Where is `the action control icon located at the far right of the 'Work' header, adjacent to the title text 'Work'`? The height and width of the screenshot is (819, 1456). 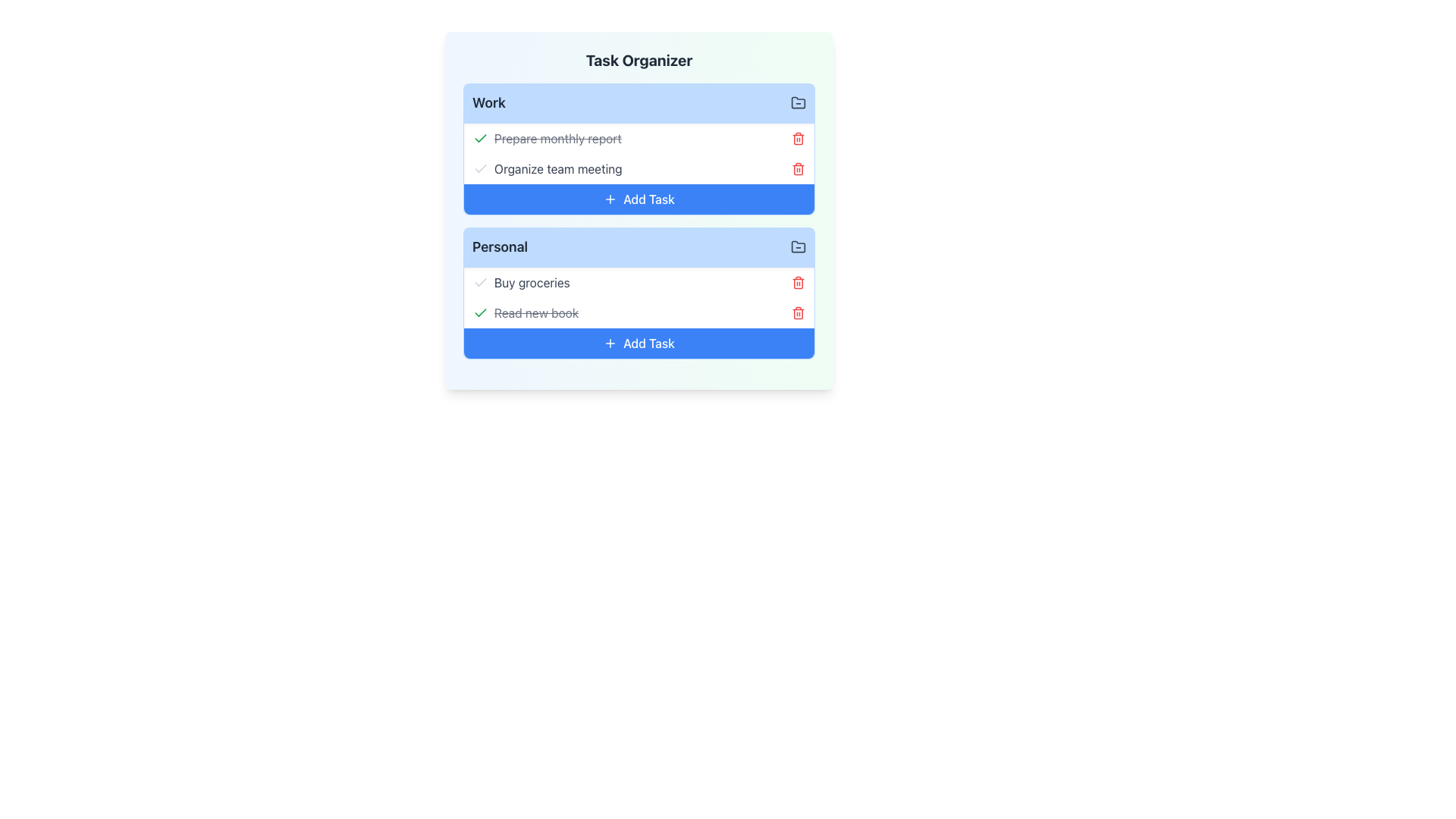 the action control icon located at the far right of the 'Work' header, adjacent to the title text 'Work' is located at coordinates (797, 102).